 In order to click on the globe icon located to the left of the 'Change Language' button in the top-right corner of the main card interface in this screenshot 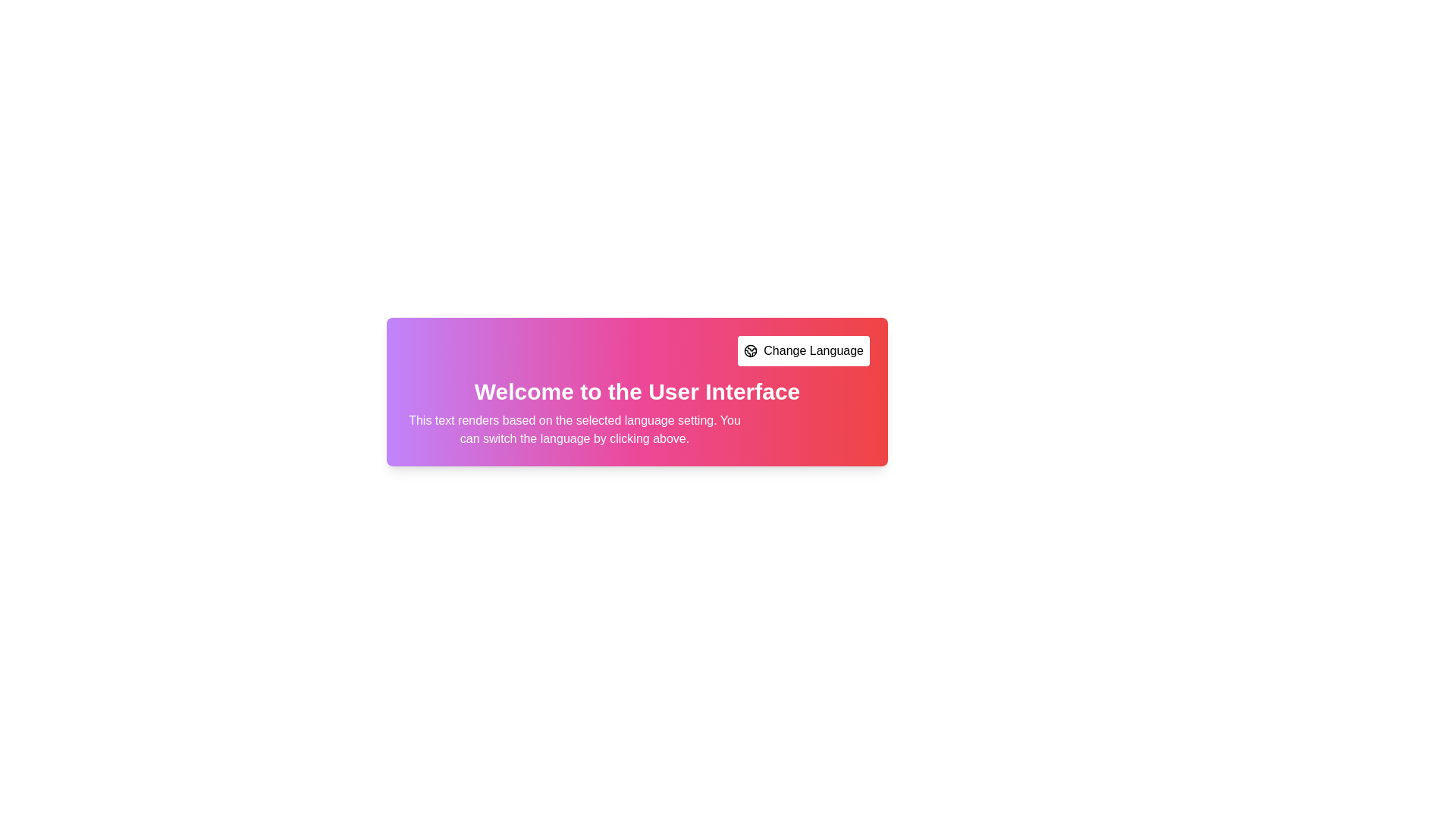, I will do `click(751, 350)`.